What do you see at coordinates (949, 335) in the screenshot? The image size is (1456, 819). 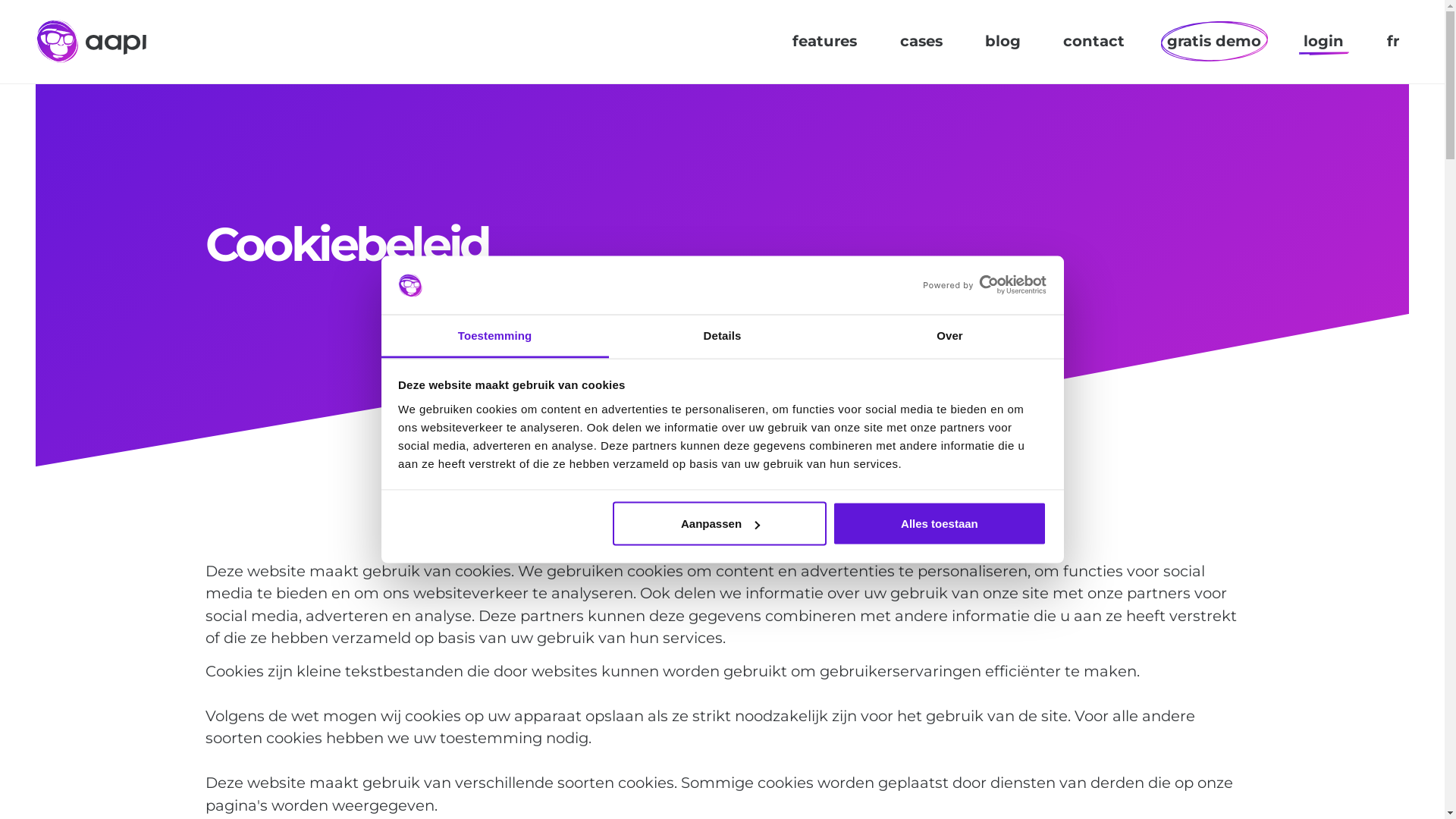 I see `'Over'` at bounding box center [949, 335].